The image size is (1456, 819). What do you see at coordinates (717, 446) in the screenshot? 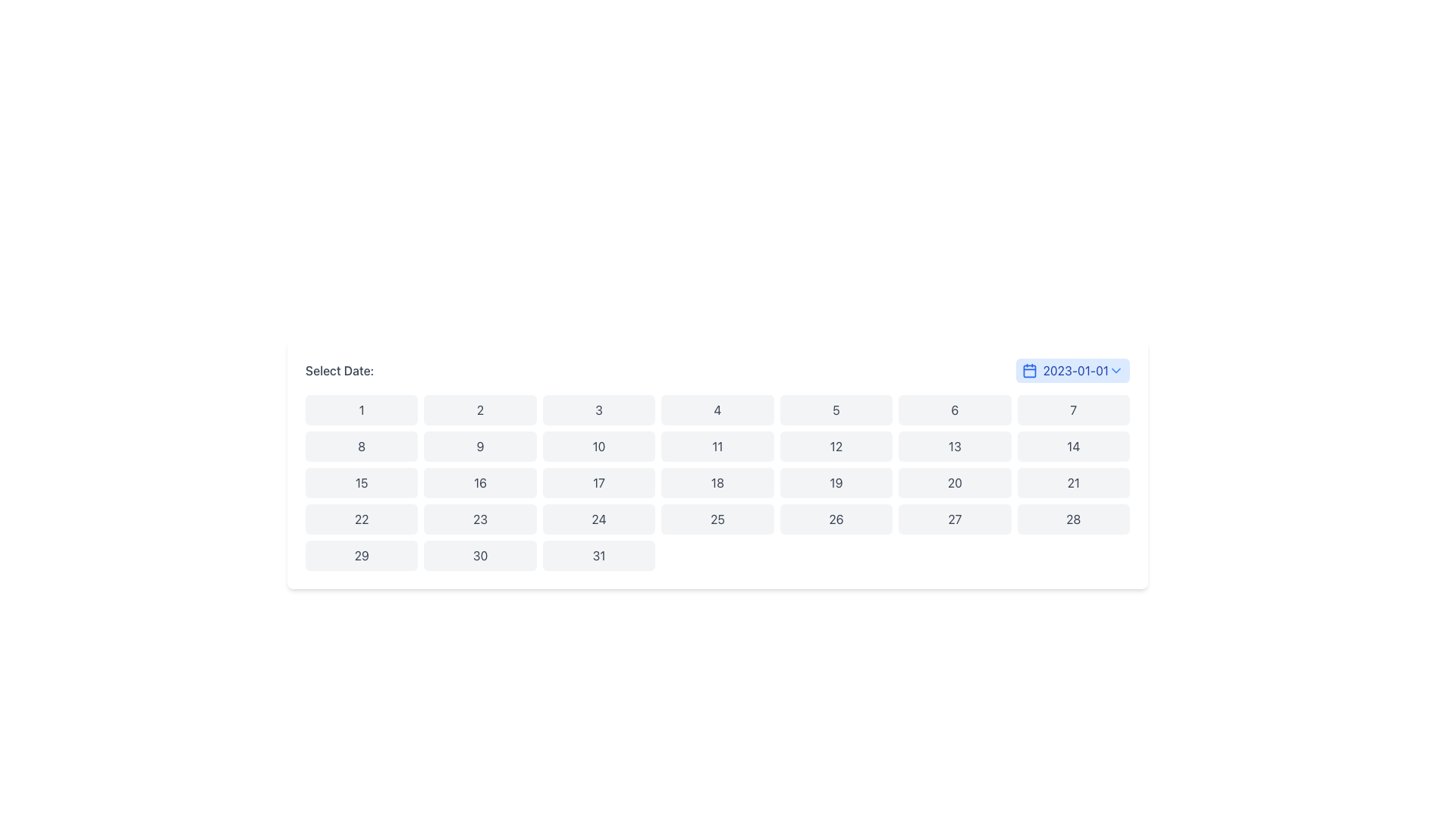
I see `the interactive button for selecting the number '11' in the date picker or calendar interface, which is the 4th item in the second row of a 7-column grid` at bounding box center [717, 446].